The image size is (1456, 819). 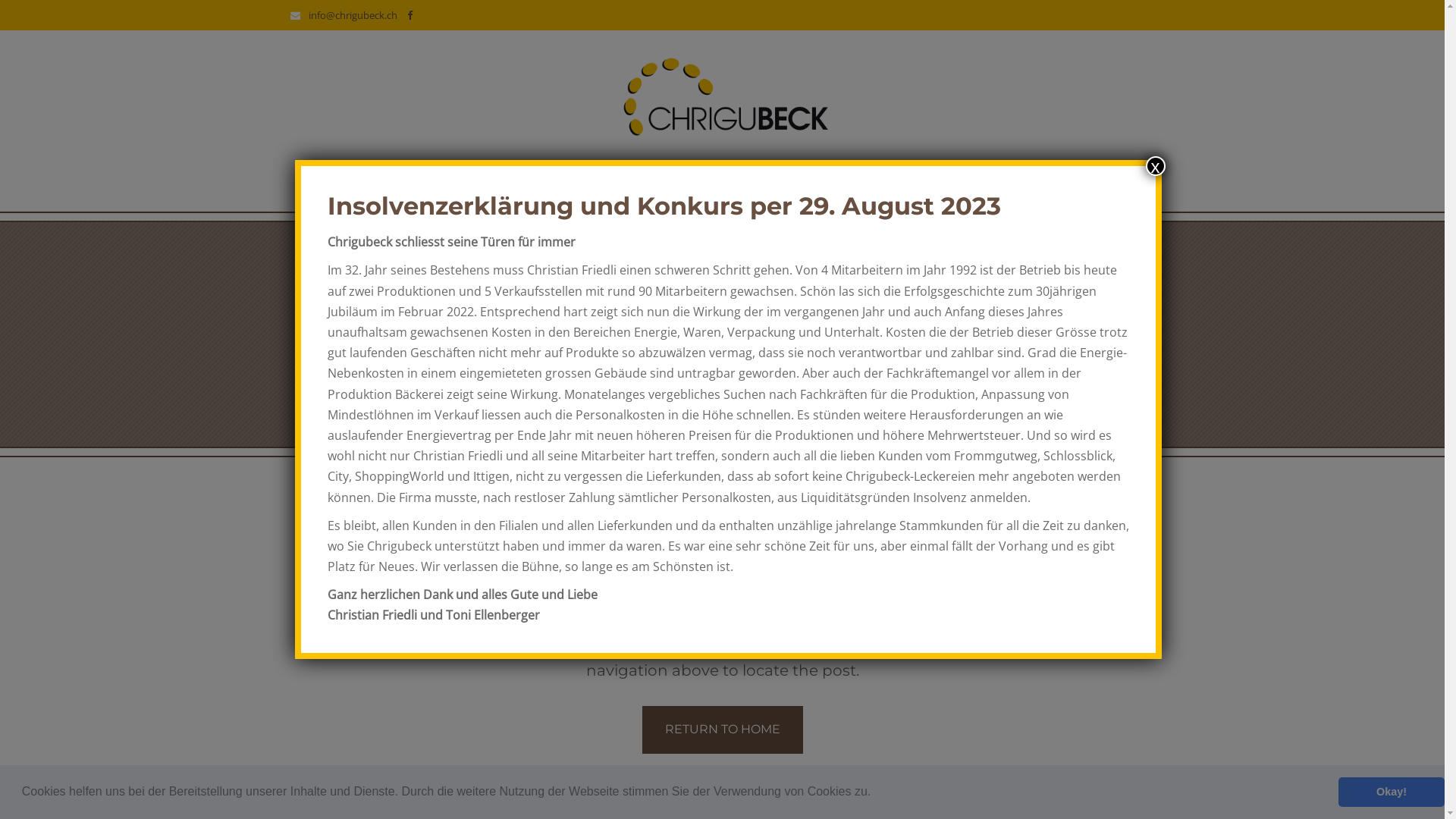 What do you see at coordinates (1391, 791) in the screenshot?
I see `'Okay!'` at bounding box center [1391, 791].